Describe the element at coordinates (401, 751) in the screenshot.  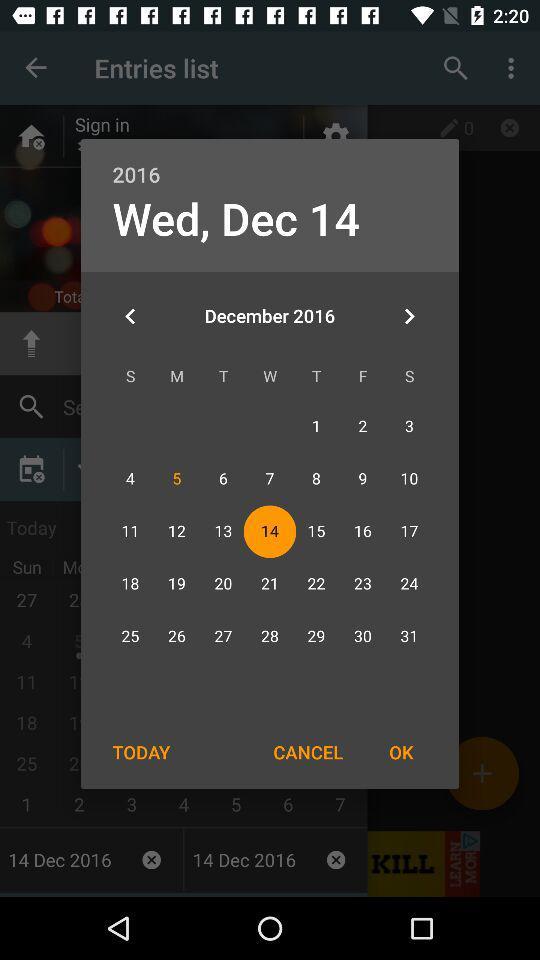
I see `the ok at the bottom right corner` at that location.